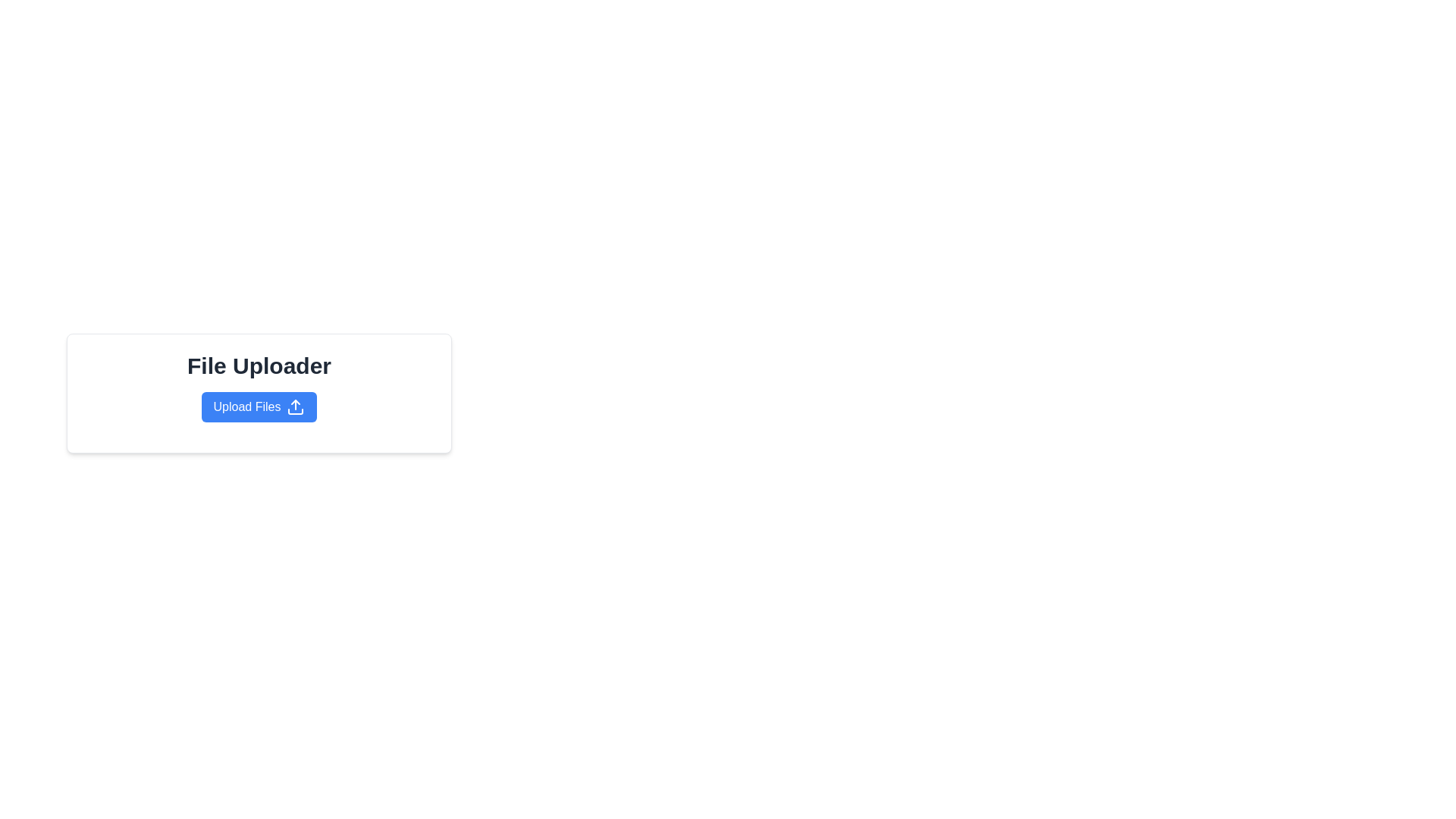  Describe the element at coordinates (296, 406) in the screenshot. I see `the blue 'Upload Files' button which contains an upload icon, located at the right side of the button's text label` at that location.